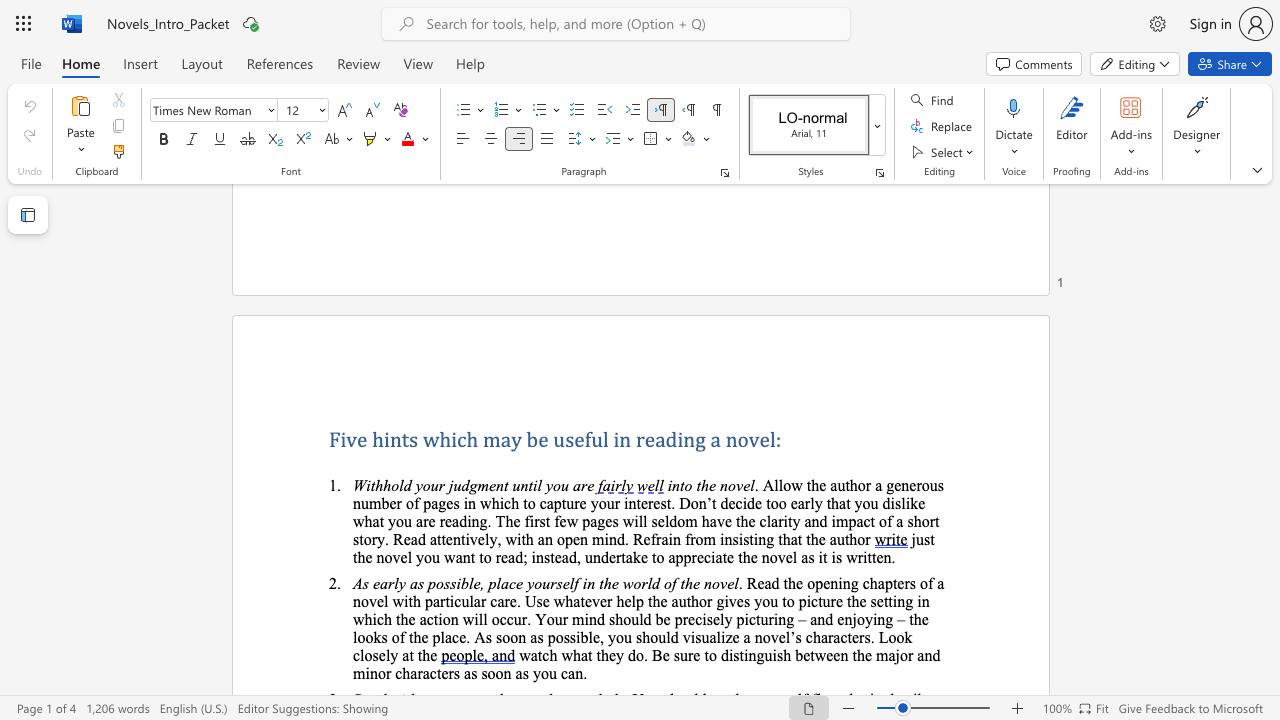 The image size is (1280, 720). I want to click on the subset text "urself in the world o" within the text "As early as possible, place yourself in the world of the novel", so click(542, 583).